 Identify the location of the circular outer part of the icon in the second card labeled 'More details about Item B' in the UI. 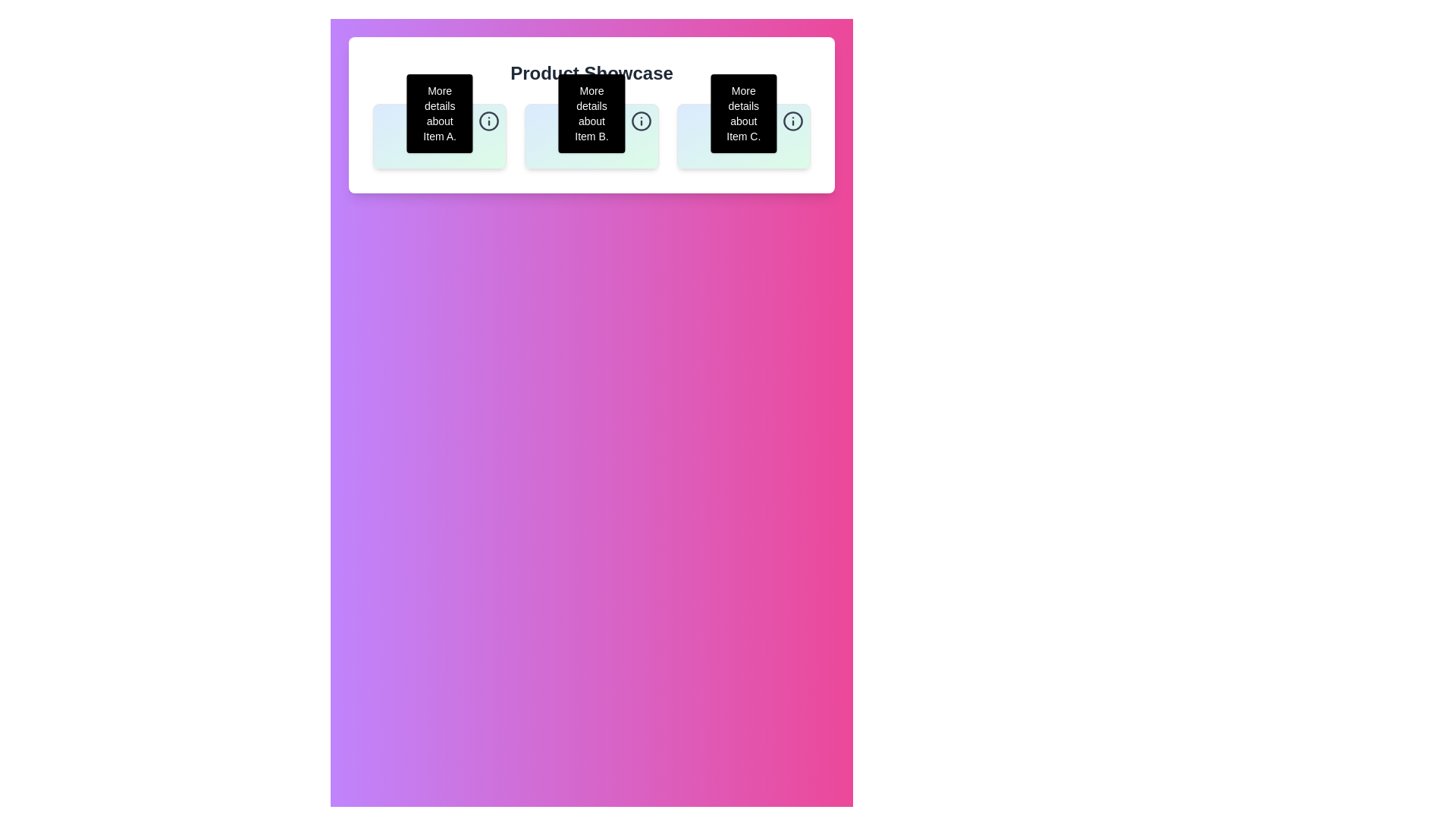
(641, 120).